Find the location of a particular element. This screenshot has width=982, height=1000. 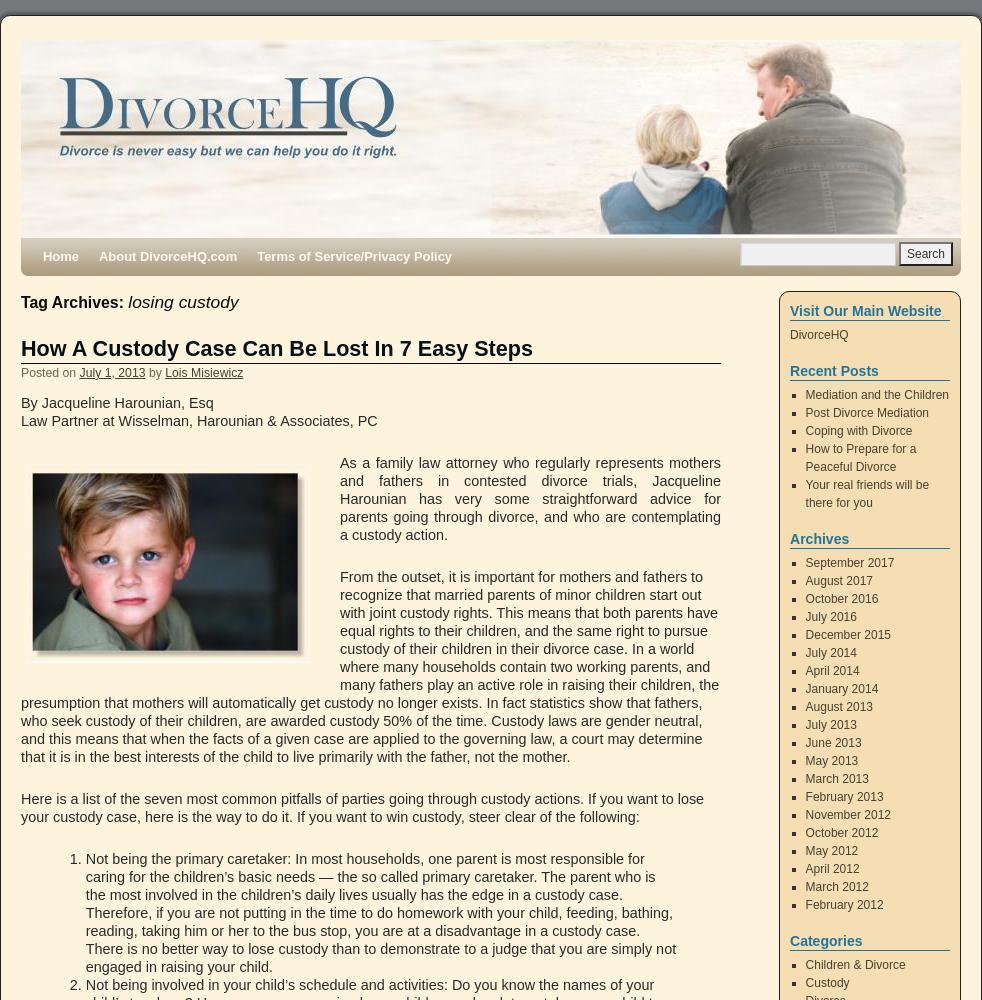

'August 2017' is located at coordinates (838, 580).